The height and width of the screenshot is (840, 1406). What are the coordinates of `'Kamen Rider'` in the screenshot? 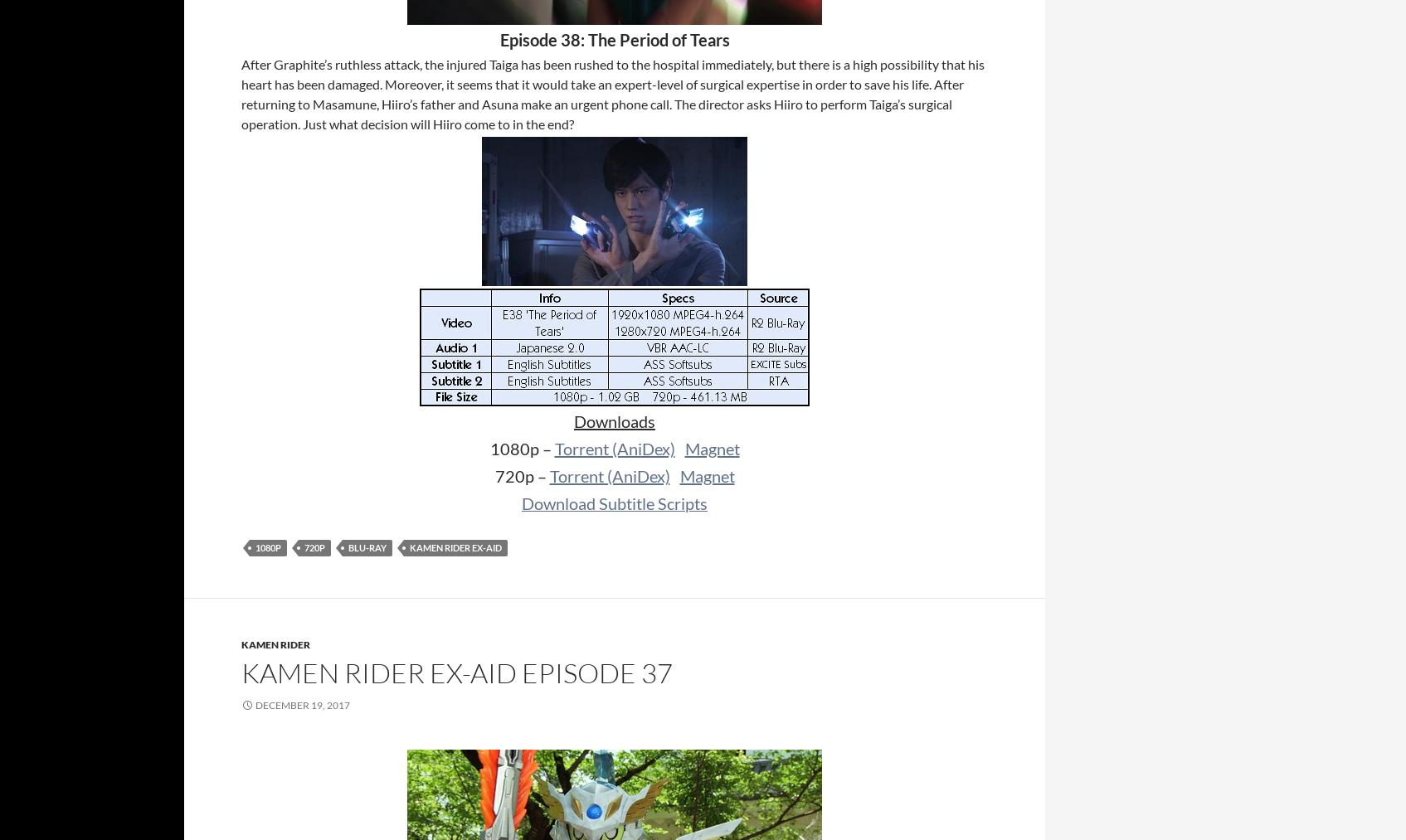 It's located at (275, 644).